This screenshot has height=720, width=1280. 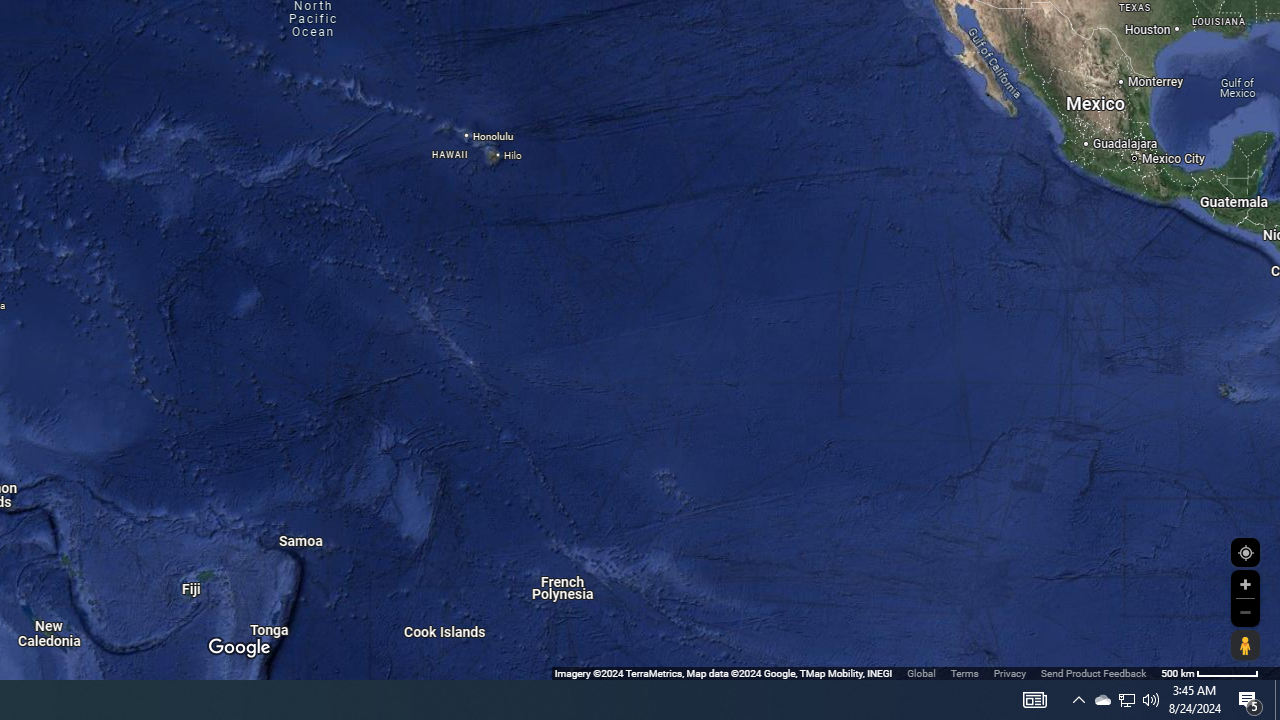 What do you see at coordinates (1244, 645) in the screenshot?
I see `'Show Street View coverage'` at bounding box center [1244, 645].